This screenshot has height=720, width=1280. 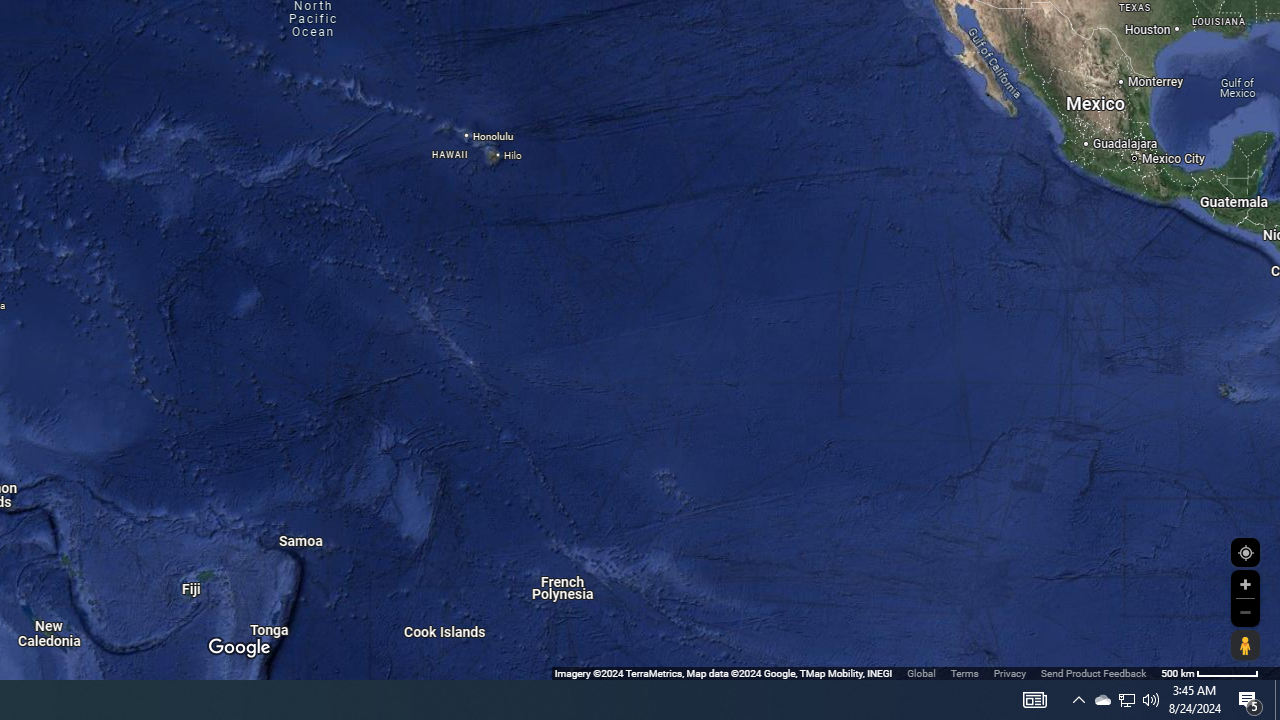 What do you see at coordinates (1244, 645) in the screenshot?
I see `'Show Street View coverage'` at bounding box center [1244, 645].